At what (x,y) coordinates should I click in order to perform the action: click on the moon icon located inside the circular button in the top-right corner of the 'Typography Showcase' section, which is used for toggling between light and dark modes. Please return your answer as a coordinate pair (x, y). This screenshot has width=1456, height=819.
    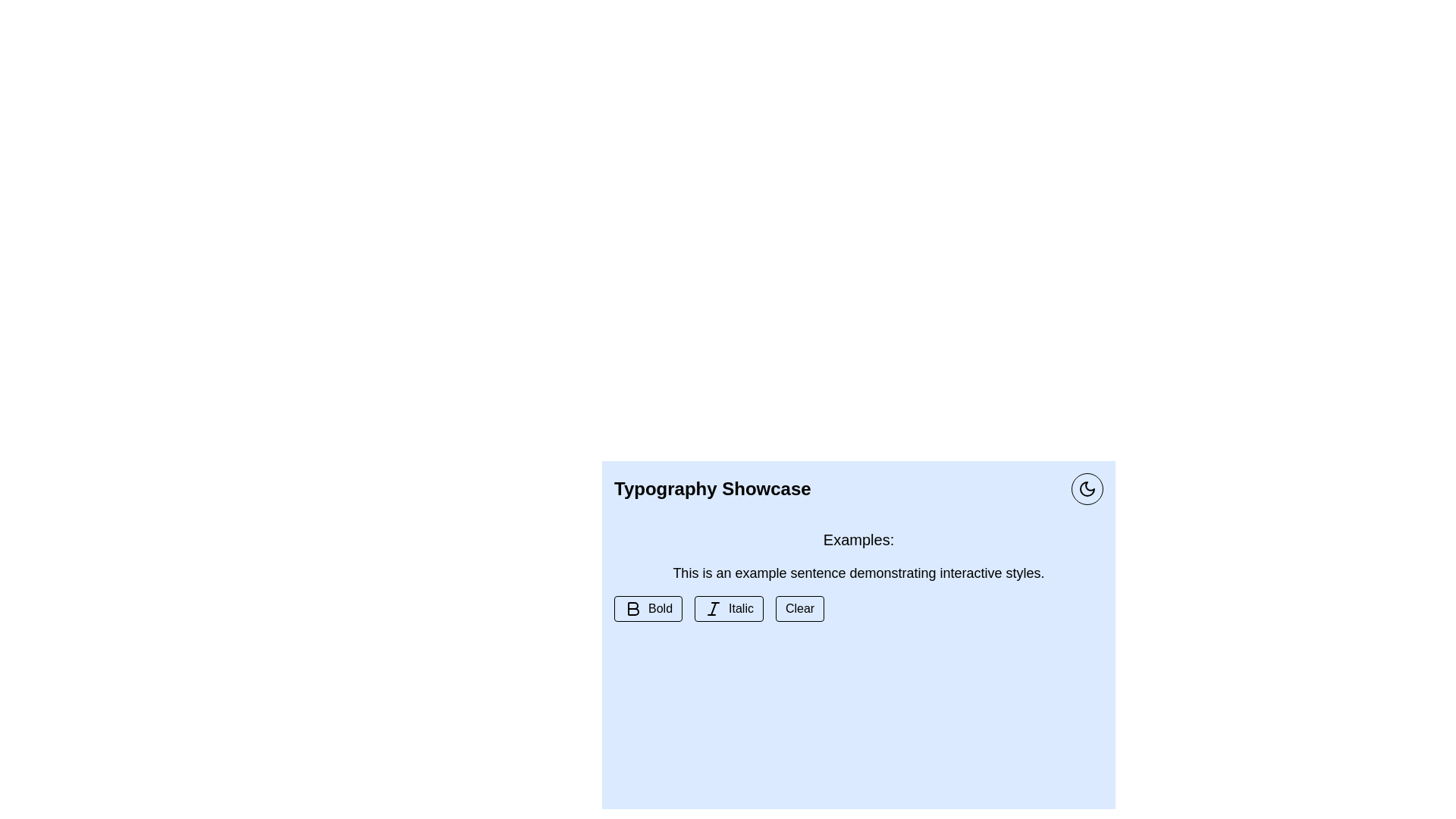
    Looking at the image, I should click on (1087, 488).